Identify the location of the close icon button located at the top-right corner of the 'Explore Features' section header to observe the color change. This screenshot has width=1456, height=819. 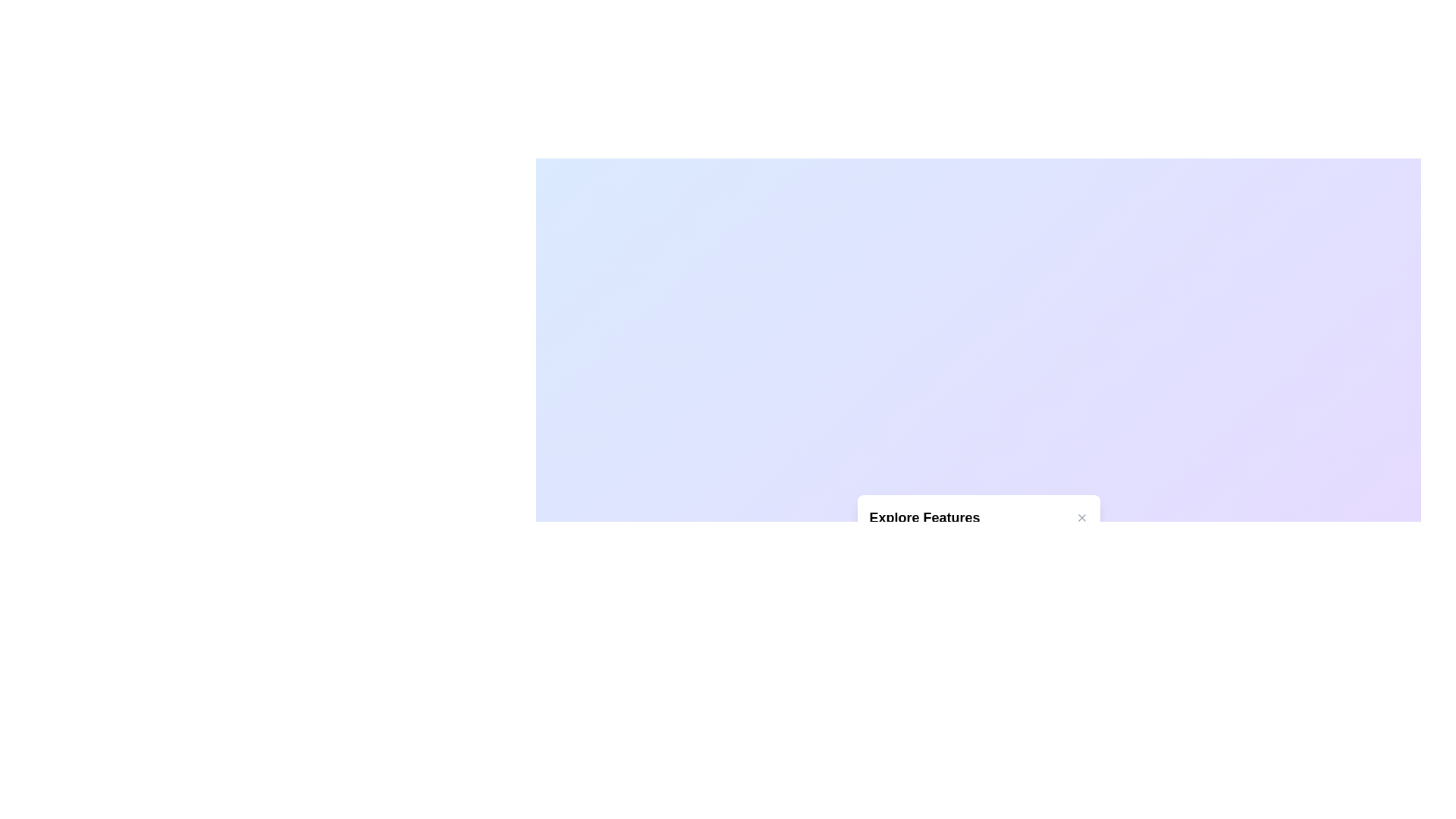
(1081, 516).